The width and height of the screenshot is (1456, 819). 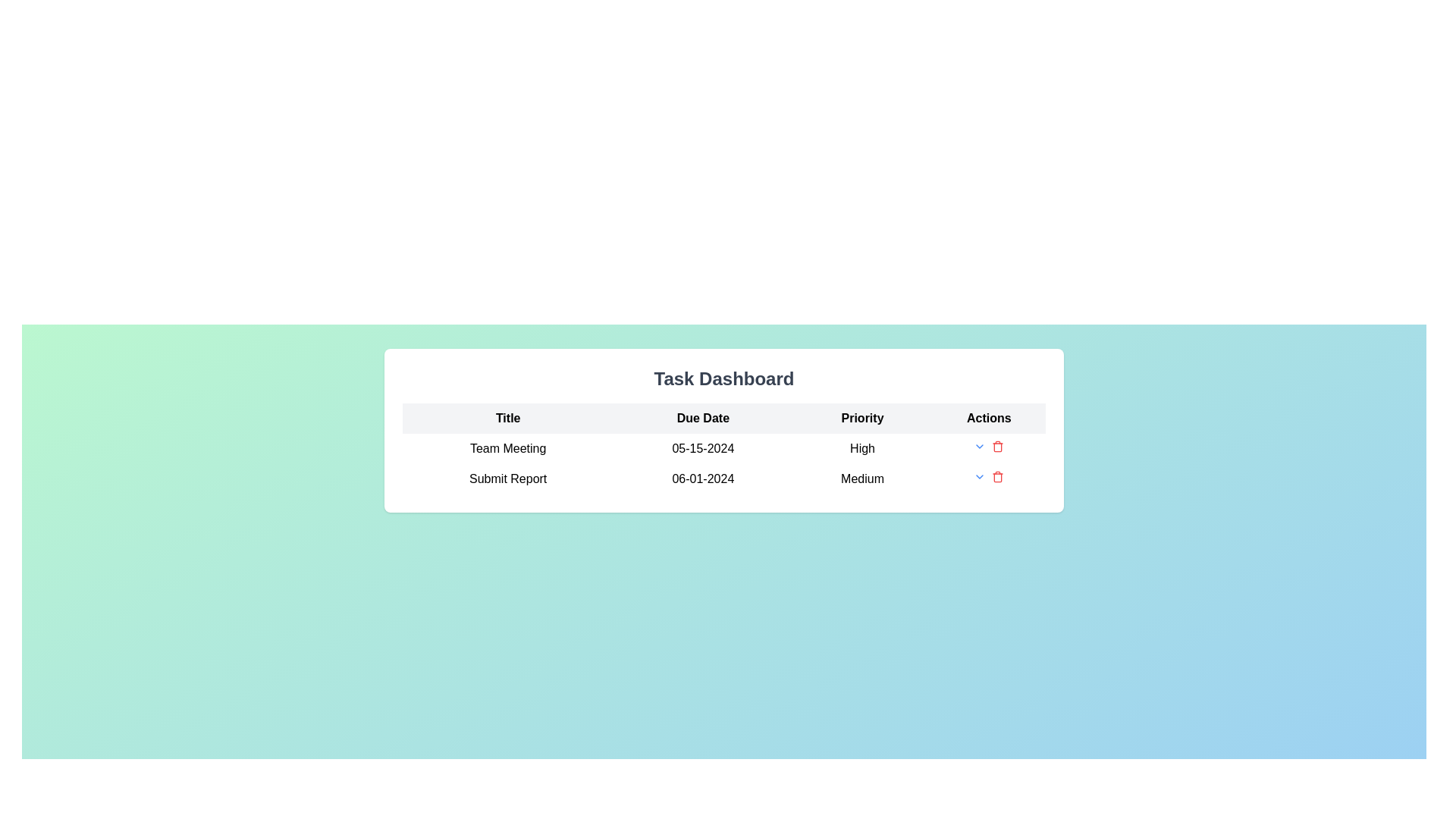 I want to click on the 'Due Date' text label element, which is the second column header in the table, located between 'Title' and 'Priority', so click(x=702, y=418).